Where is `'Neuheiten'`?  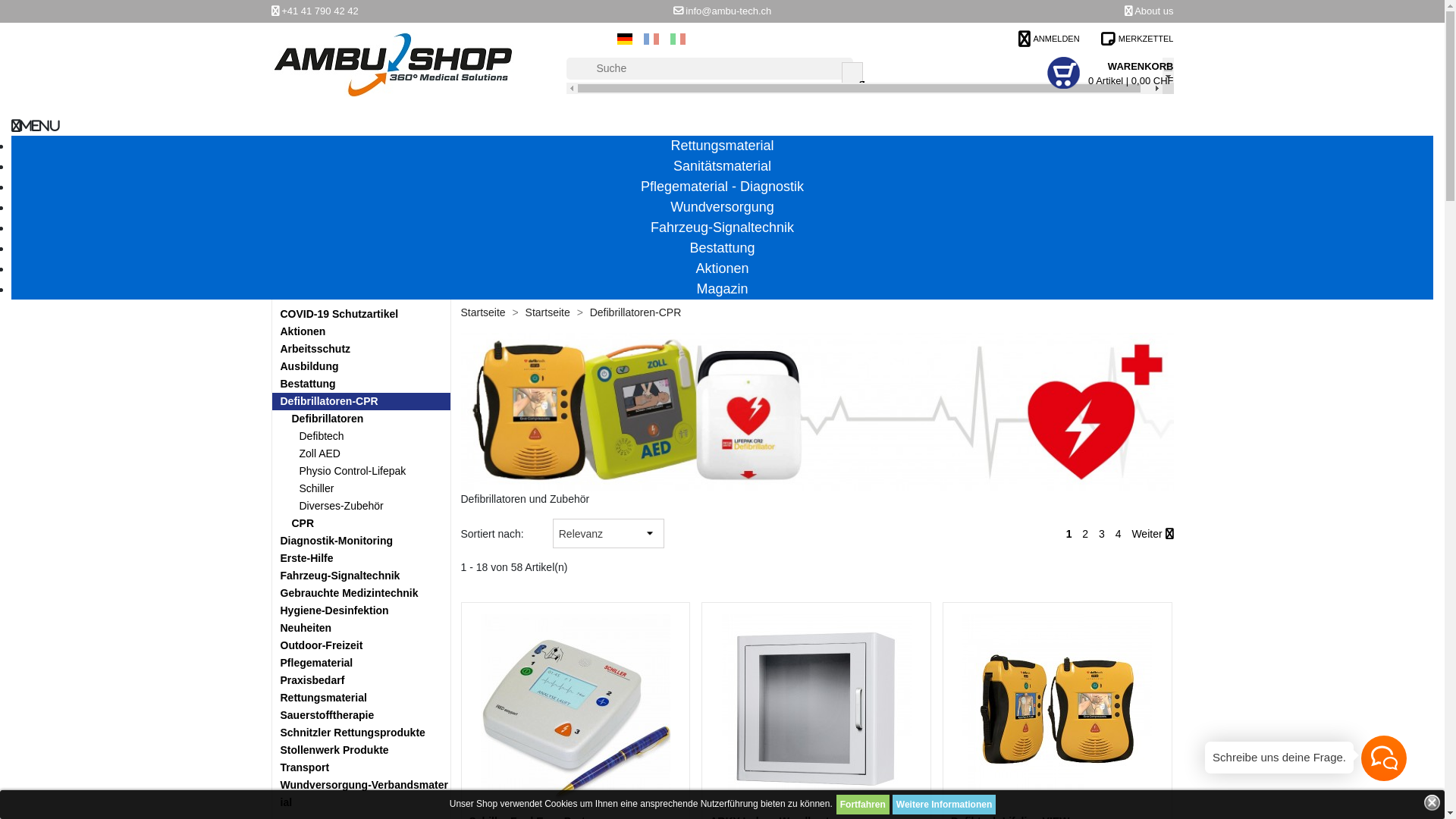 'Neuheiten' is located at coordinates (359, 627).